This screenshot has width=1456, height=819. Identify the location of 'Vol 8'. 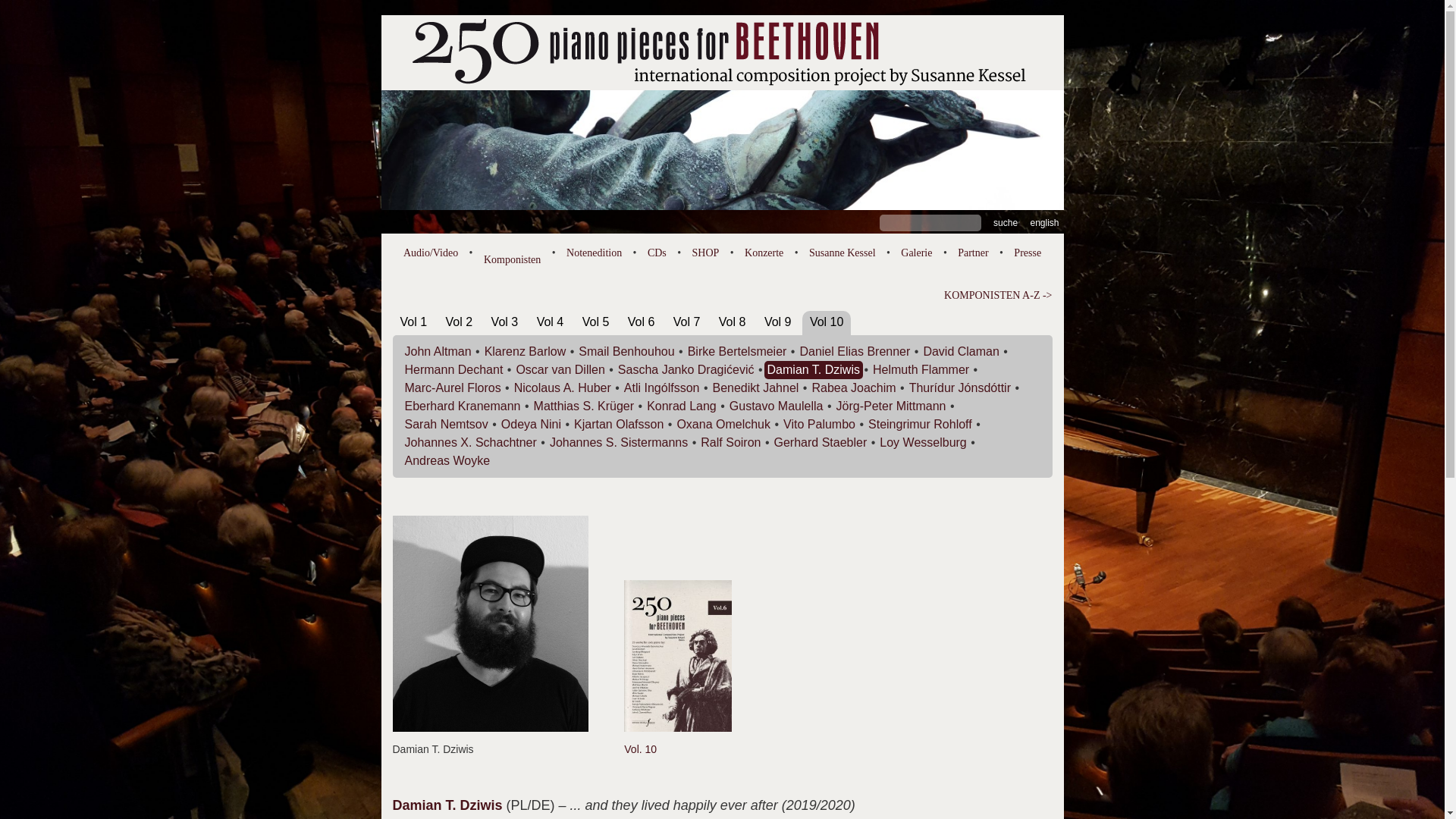
(718, 321).